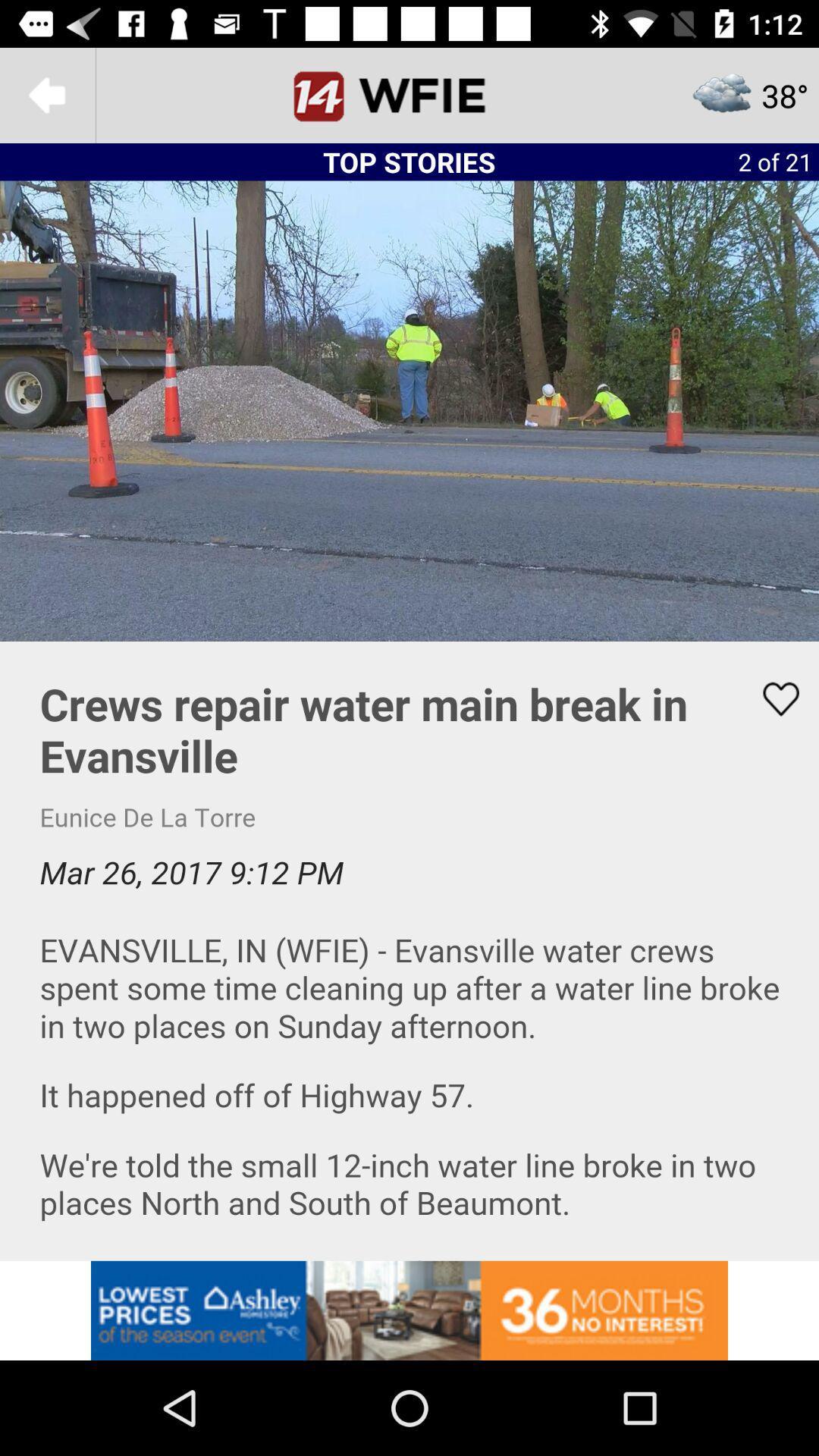 The width and height of the screenshot is (819, 1456). I want to click on advertisement for low prices, so click(409, 1310).